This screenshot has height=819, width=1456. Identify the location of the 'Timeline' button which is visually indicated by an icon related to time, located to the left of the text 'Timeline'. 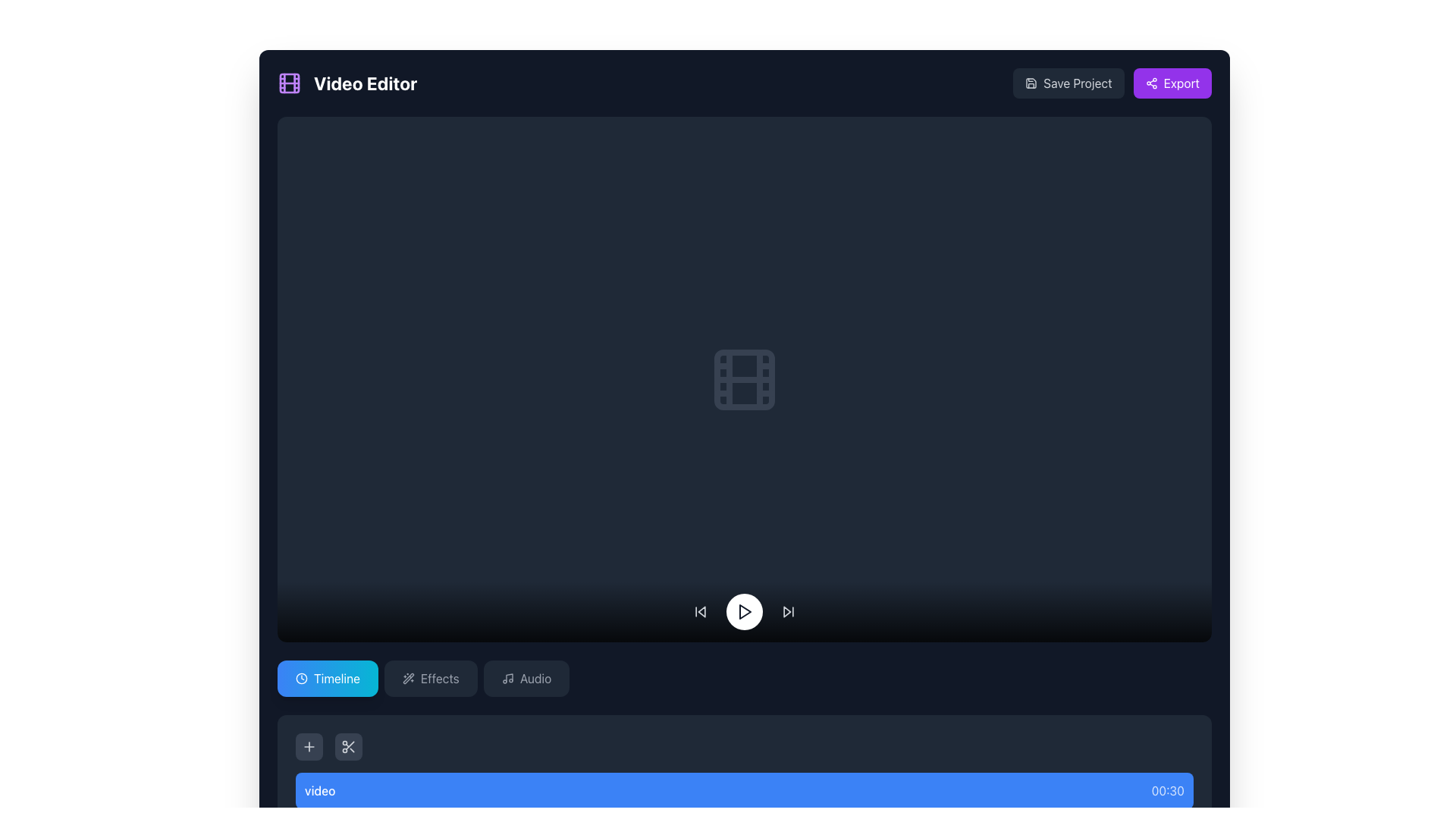
(302, 677).